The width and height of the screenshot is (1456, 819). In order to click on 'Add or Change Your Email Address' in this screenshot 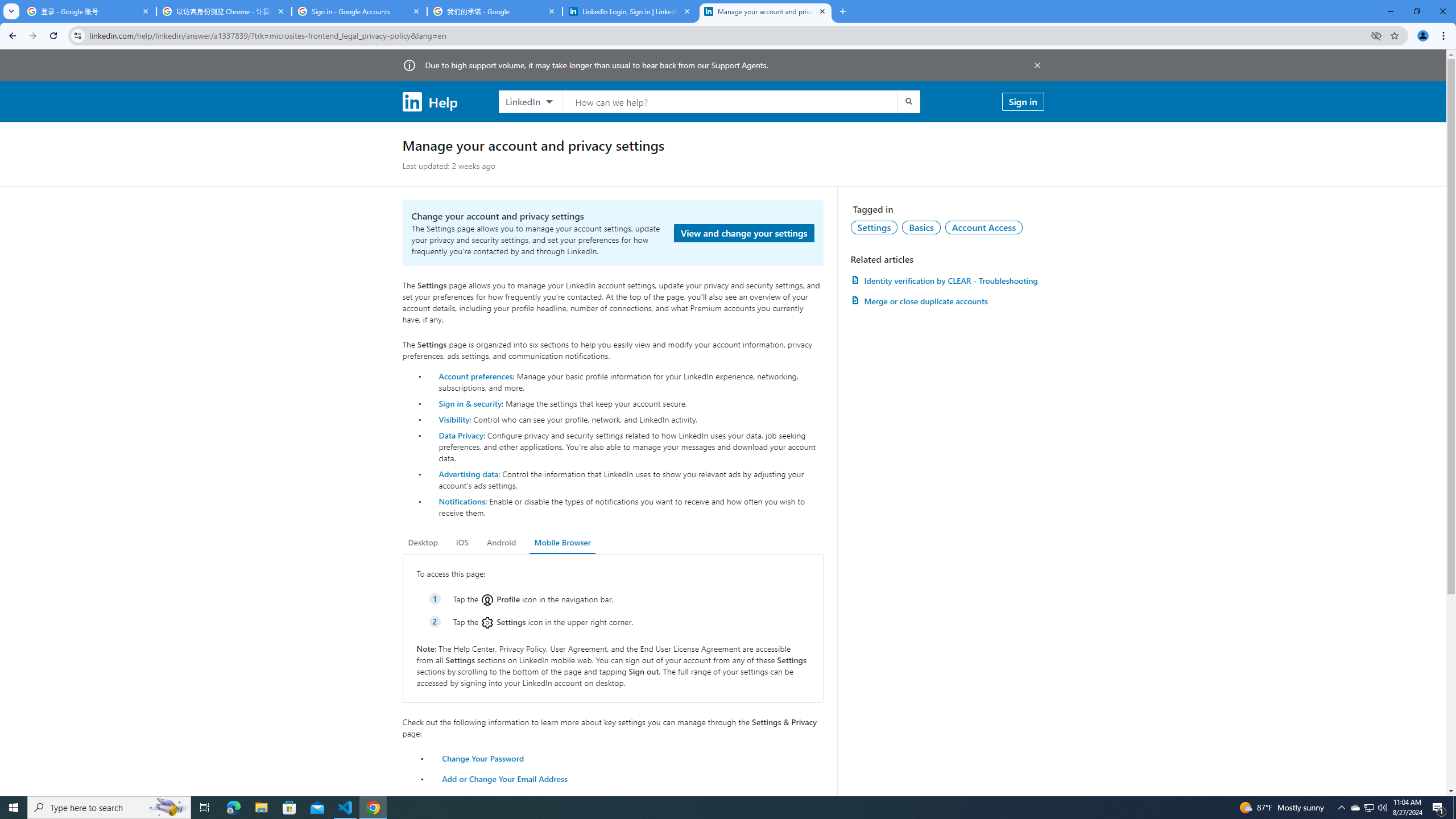, I will do `click(505, 778)`.